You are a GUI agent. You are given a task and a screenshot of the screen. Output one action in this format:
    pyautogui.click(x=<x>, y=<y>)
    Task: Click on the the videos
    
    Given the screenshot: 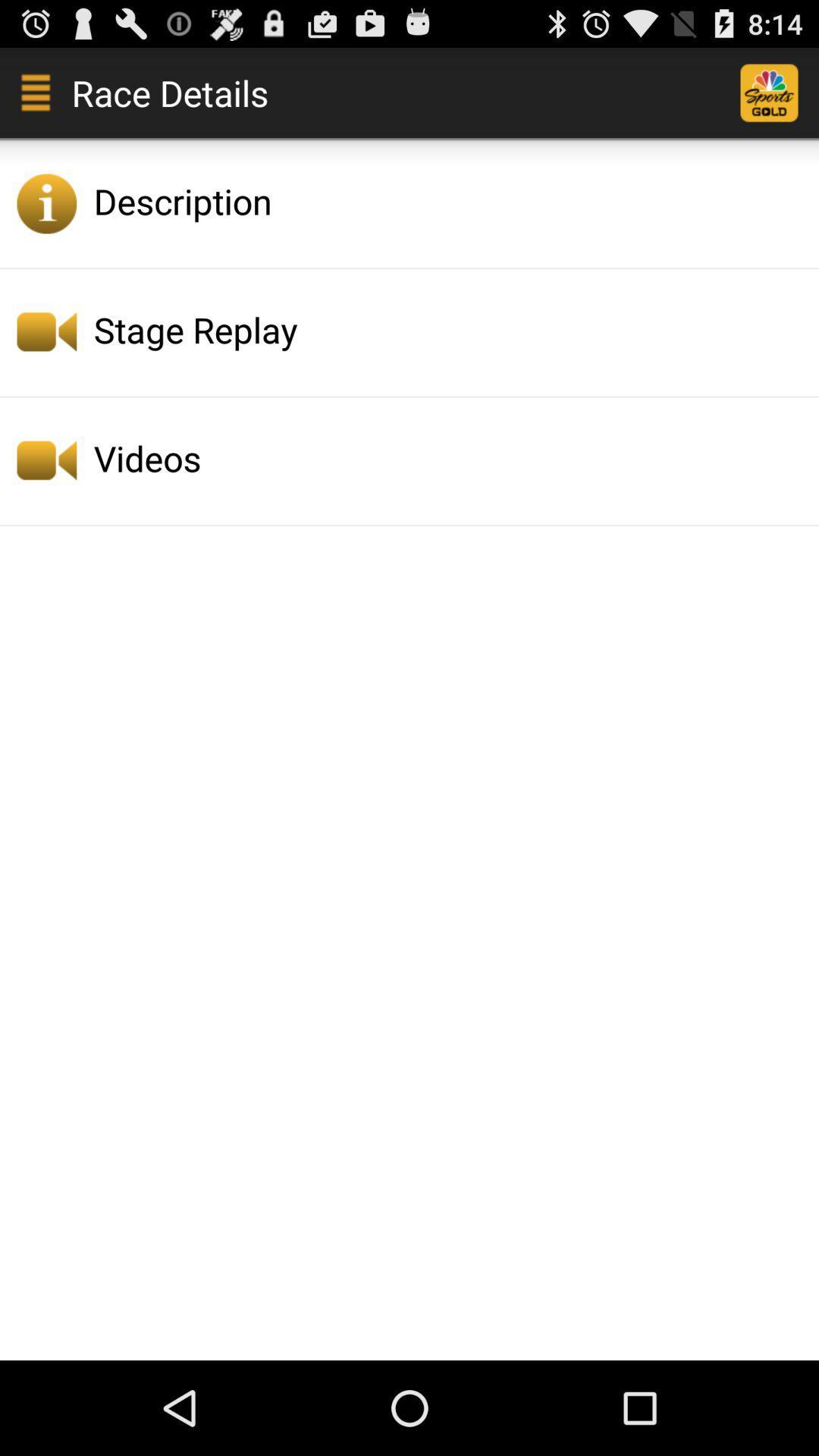 What is the action you would take?
    pyautogui.click(x=451, y=457)
    